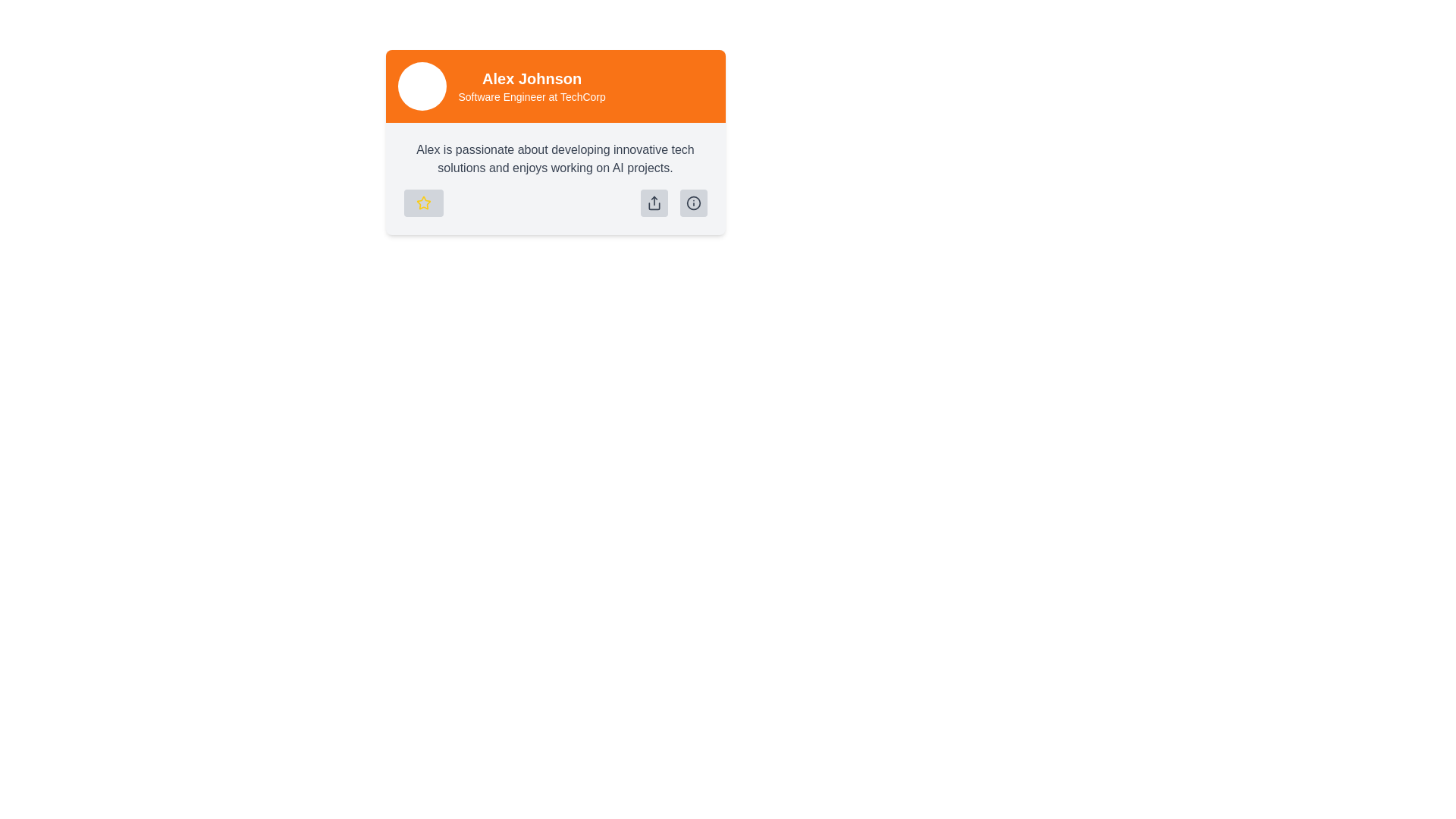 The image size is (1456, 819). I want to click on the text block containing the name 'Alex Johnson' and title 'Software Engineer at TechCorp', so click(532, 86).